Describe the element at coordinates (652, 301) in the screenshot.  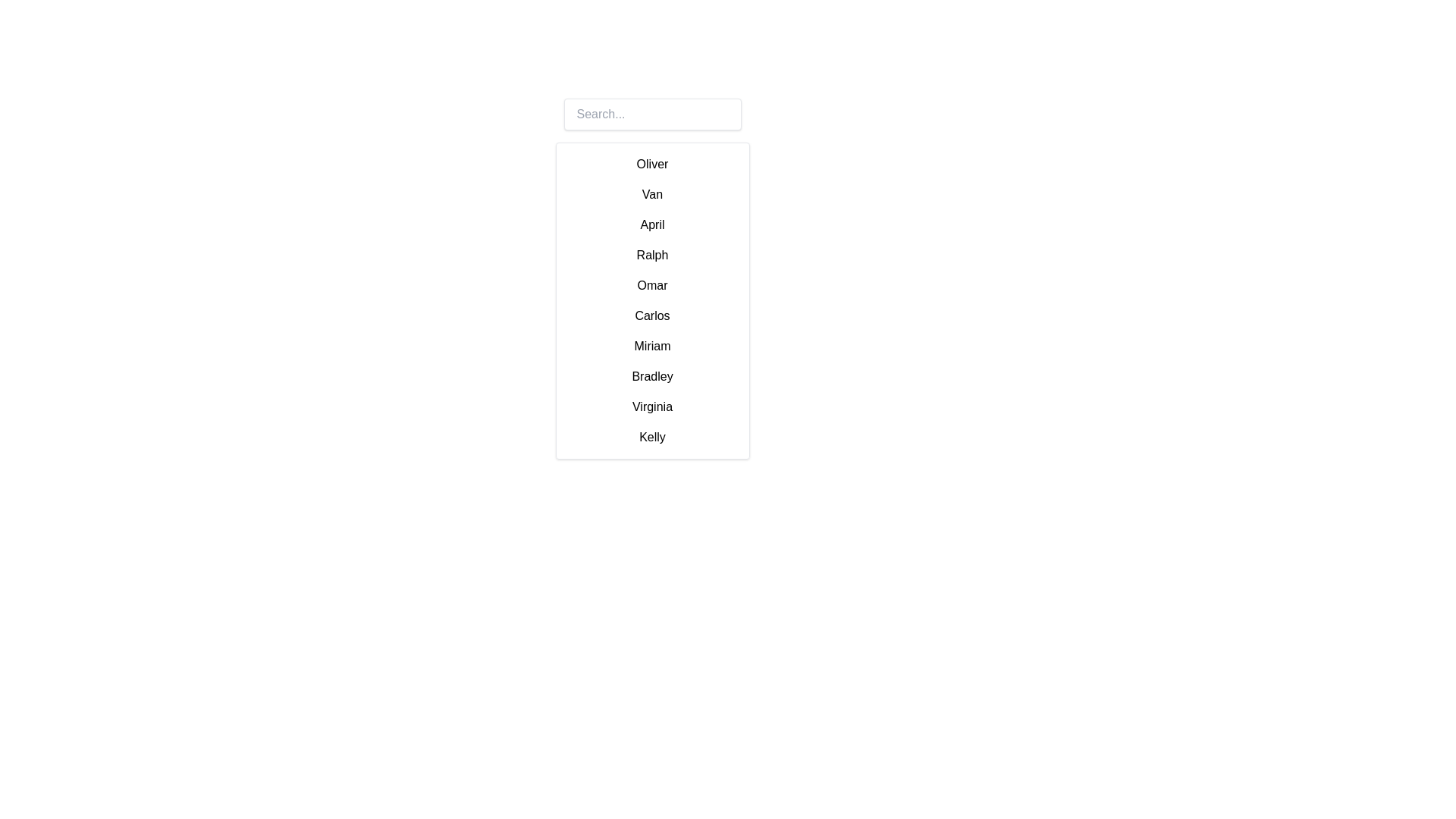
I see `the fifth entry labeled 'Omar' in the vertically-arranged list within the dropdown selection list` at that location.